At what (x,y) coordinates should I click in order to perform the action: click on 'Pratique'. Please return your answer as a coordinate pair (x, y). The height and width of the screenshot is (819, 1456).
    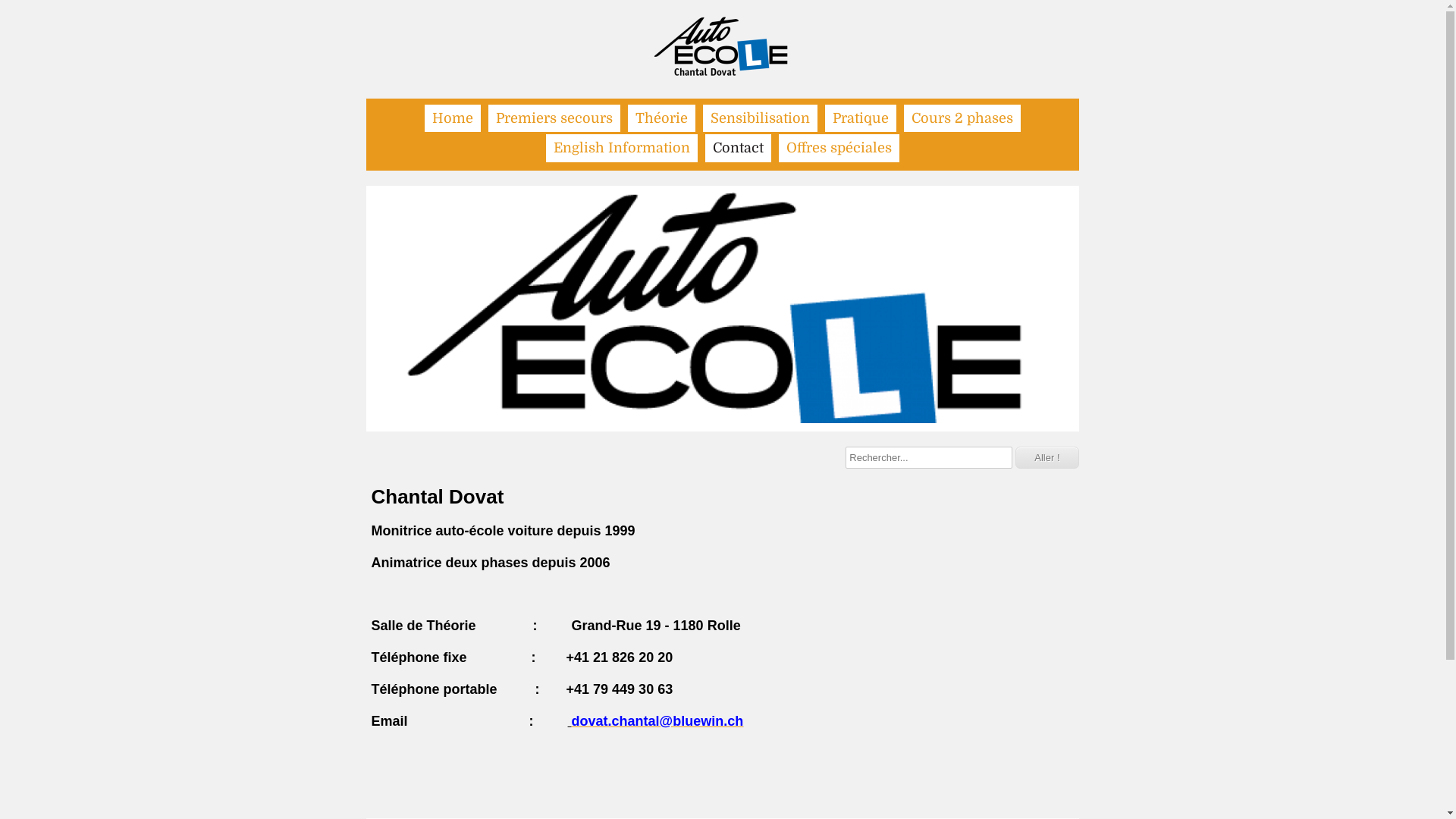
    Looking at the image, I should click on (824, 117).